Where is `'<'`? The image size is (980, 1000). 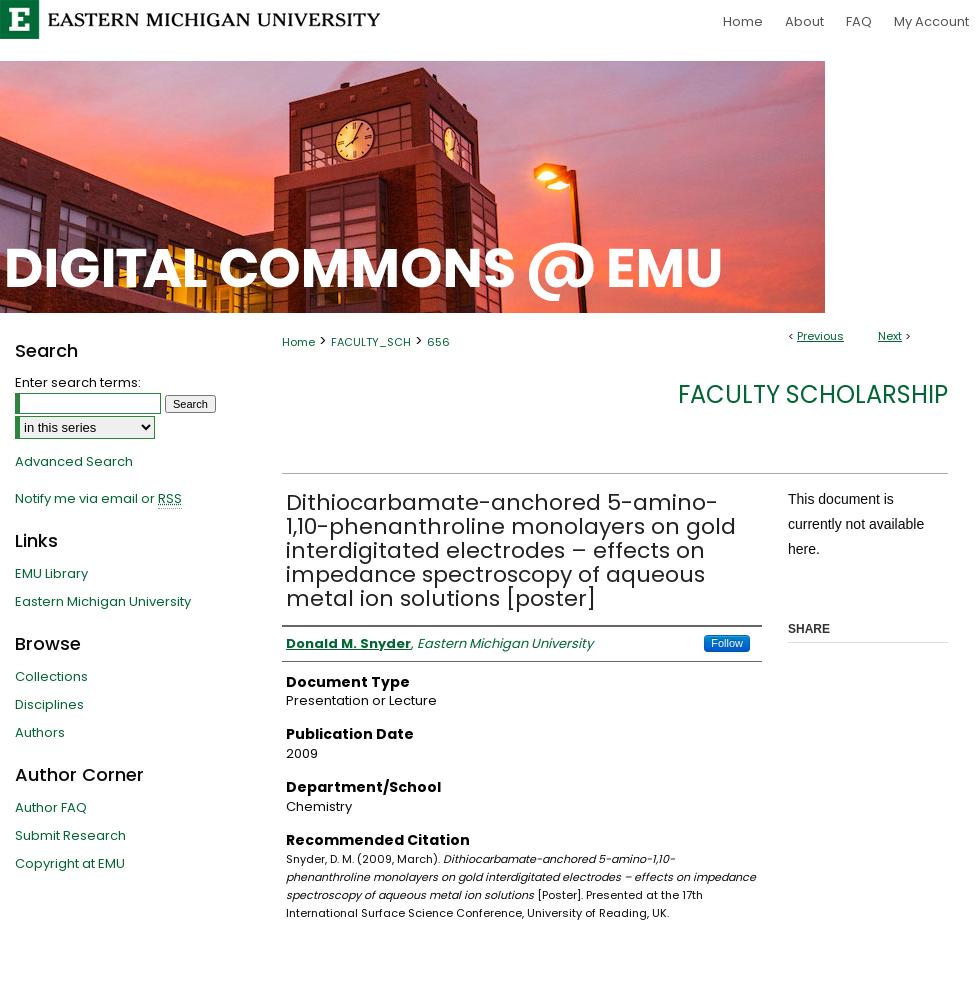 '<' is located at coordinates (792, 335).